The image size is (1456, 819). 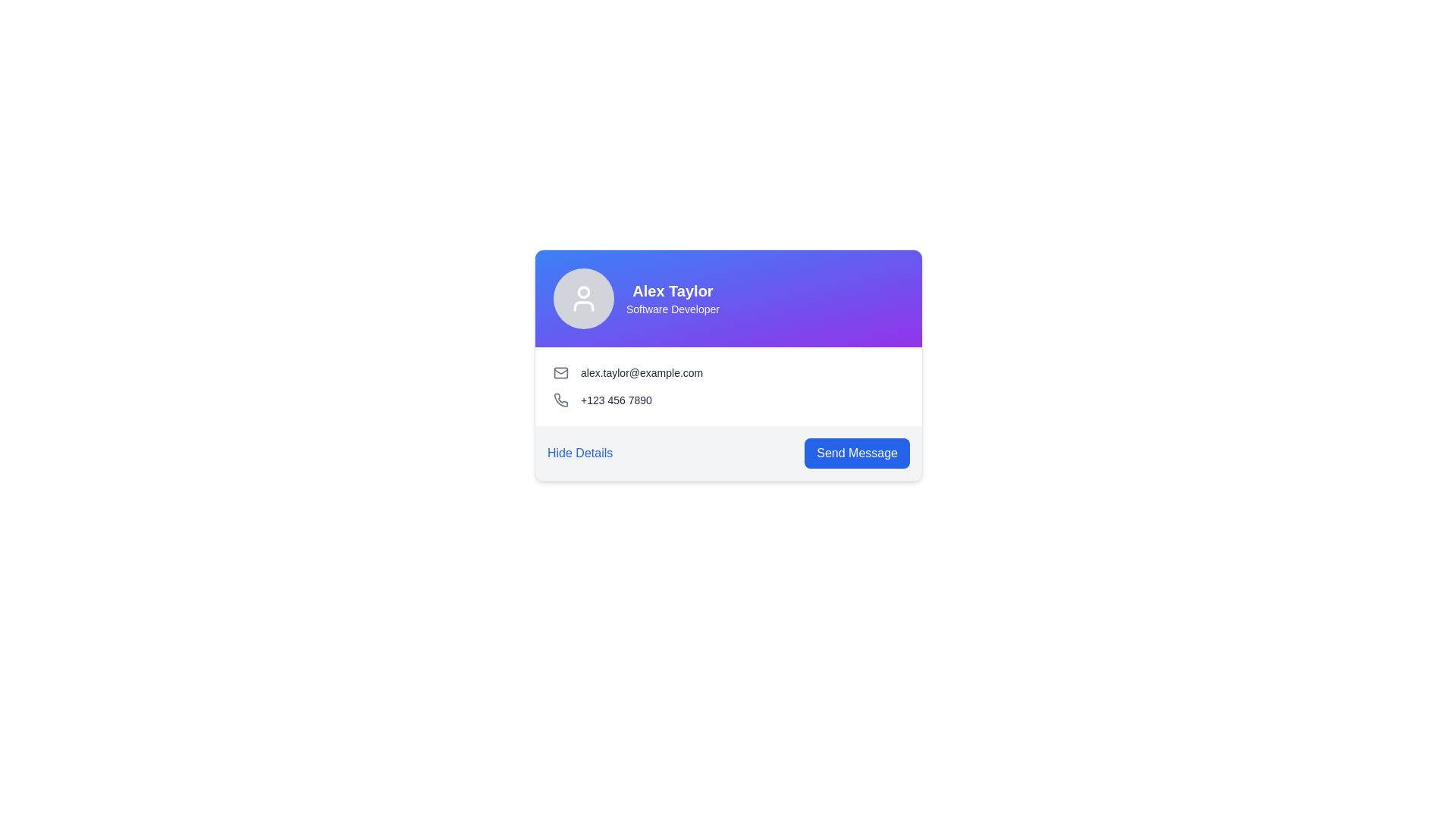 I want to click on text label that displays 'Software Developer', which is located directly below the larger text 'Alex Taylor' within the card component, so click(x=672, y=309).